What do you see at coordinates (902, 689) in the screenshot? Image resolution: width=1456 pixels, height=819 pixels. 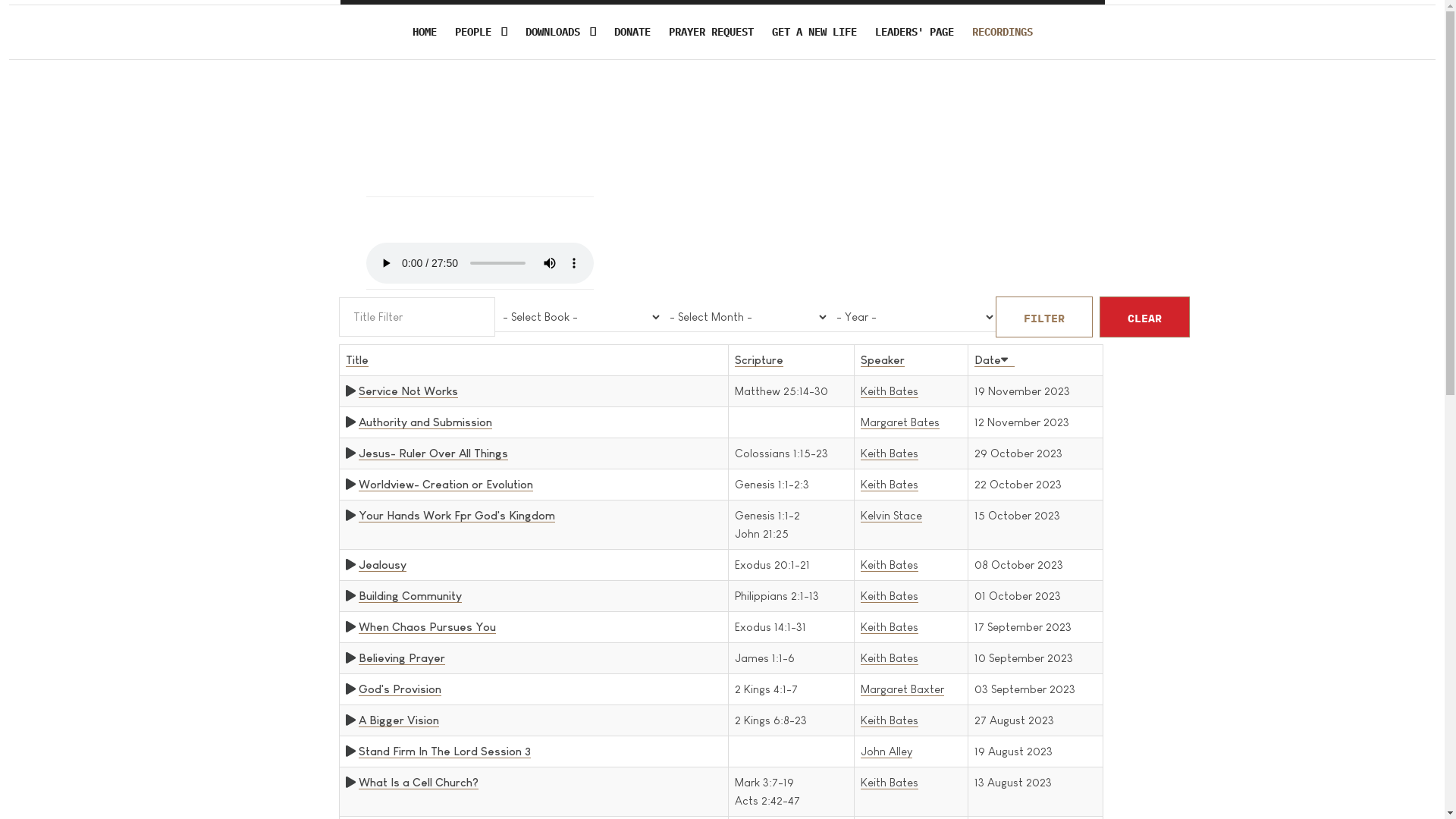 I see `'Margaret Baxter'` at bounding box center [902, 689].